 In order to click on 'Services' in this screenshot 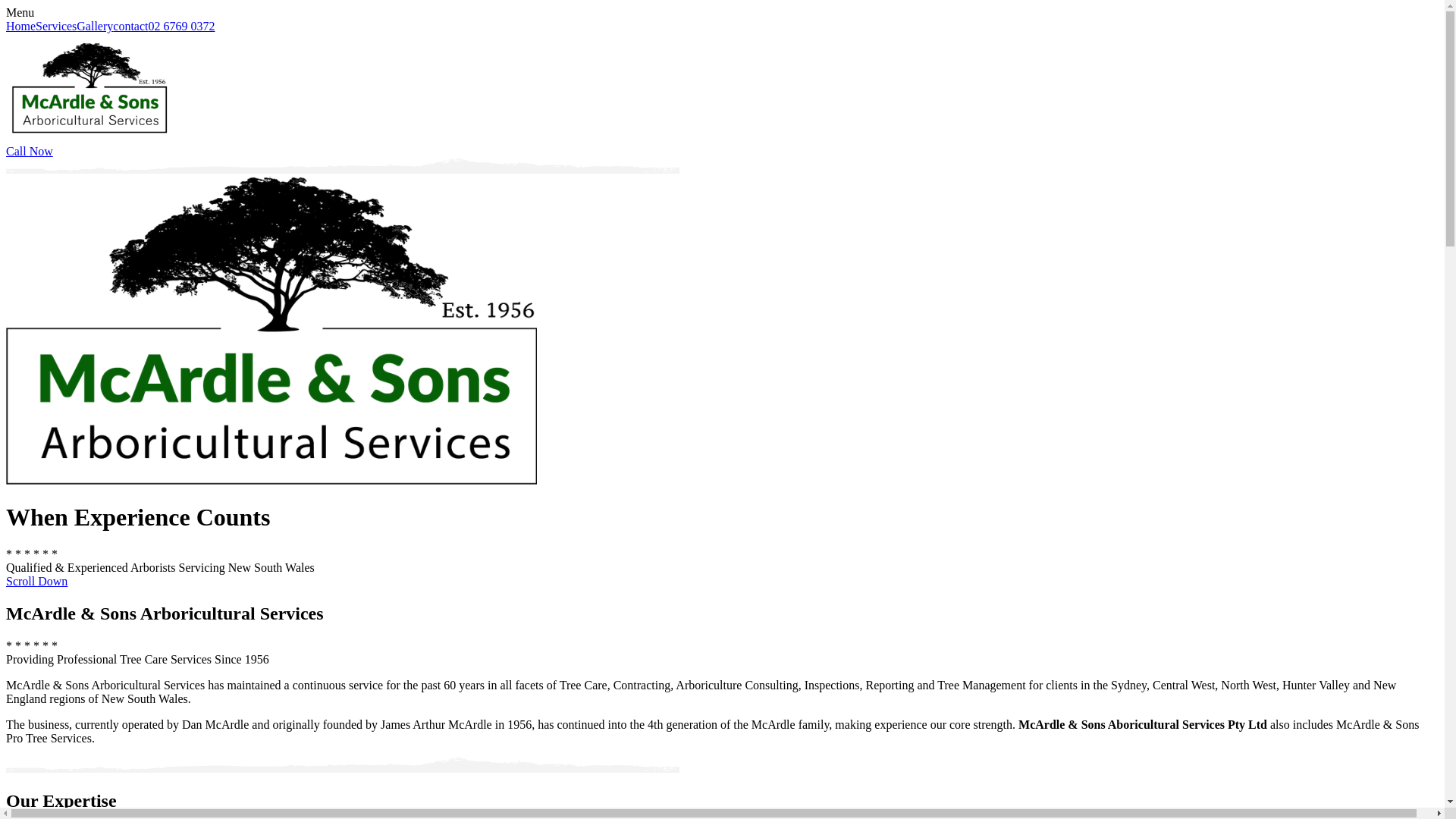, I will do `click(55, 26)`.